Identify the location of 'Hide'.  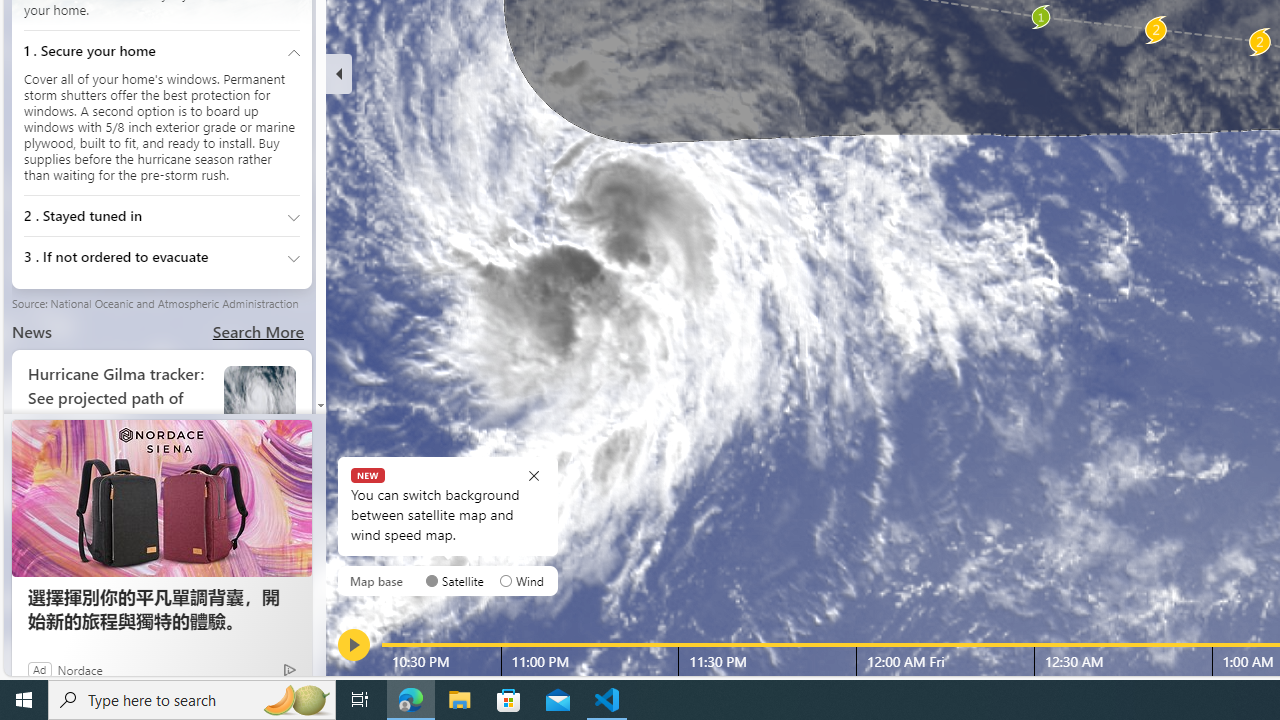
(339, 72).